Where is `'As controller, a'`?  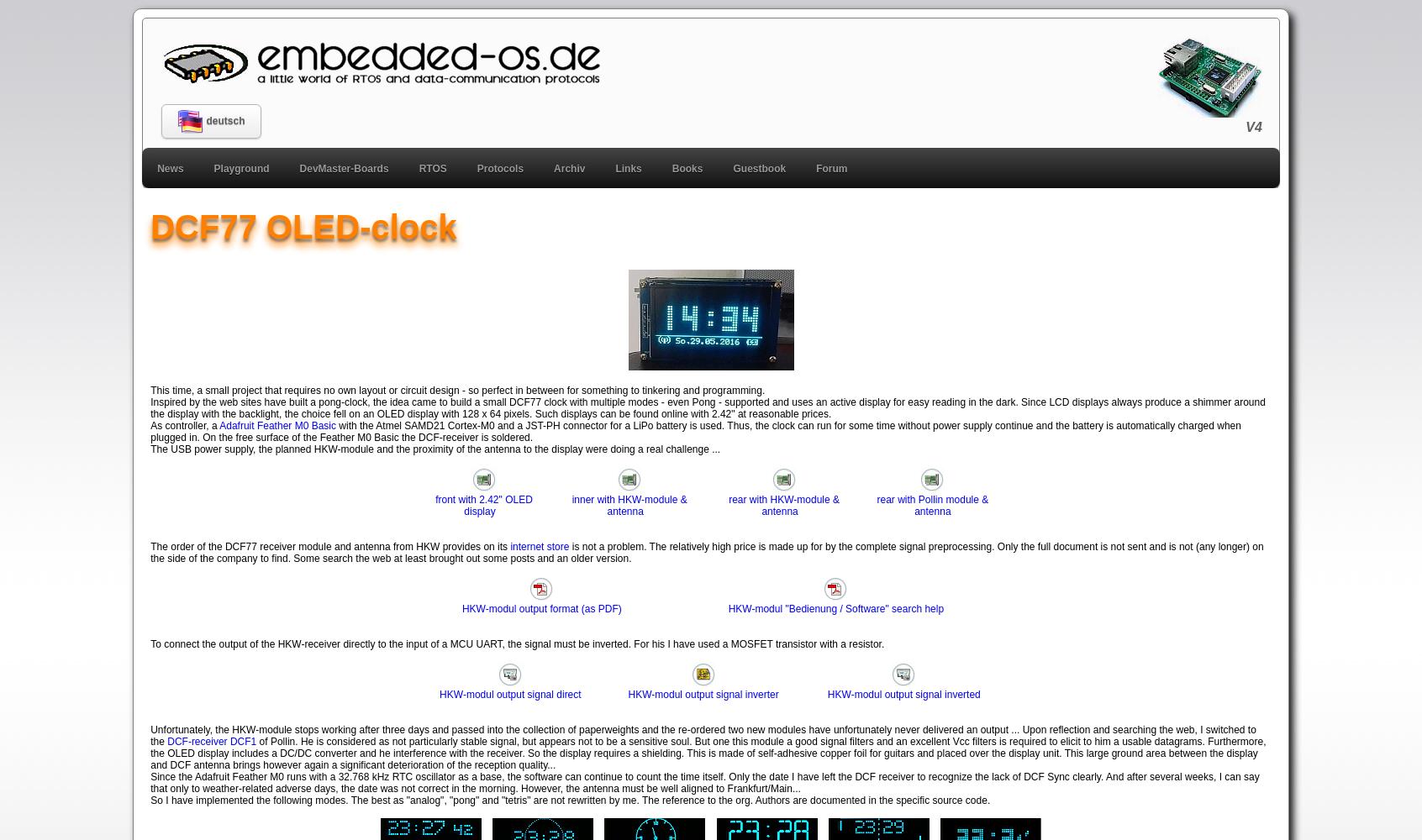 'As controller, a' is located at coordinates (184, 425).